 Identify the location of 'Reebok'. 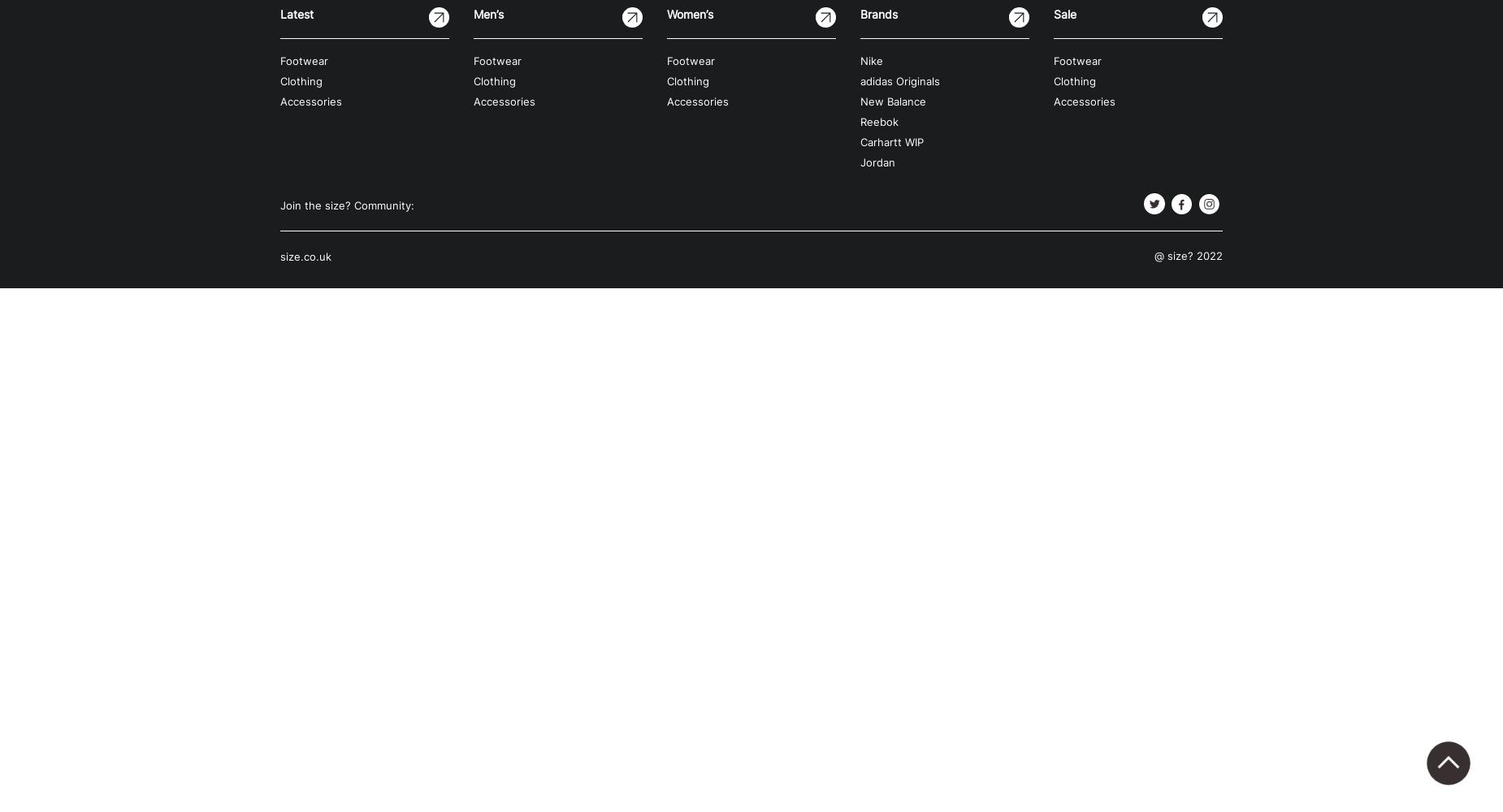
(878, 122).